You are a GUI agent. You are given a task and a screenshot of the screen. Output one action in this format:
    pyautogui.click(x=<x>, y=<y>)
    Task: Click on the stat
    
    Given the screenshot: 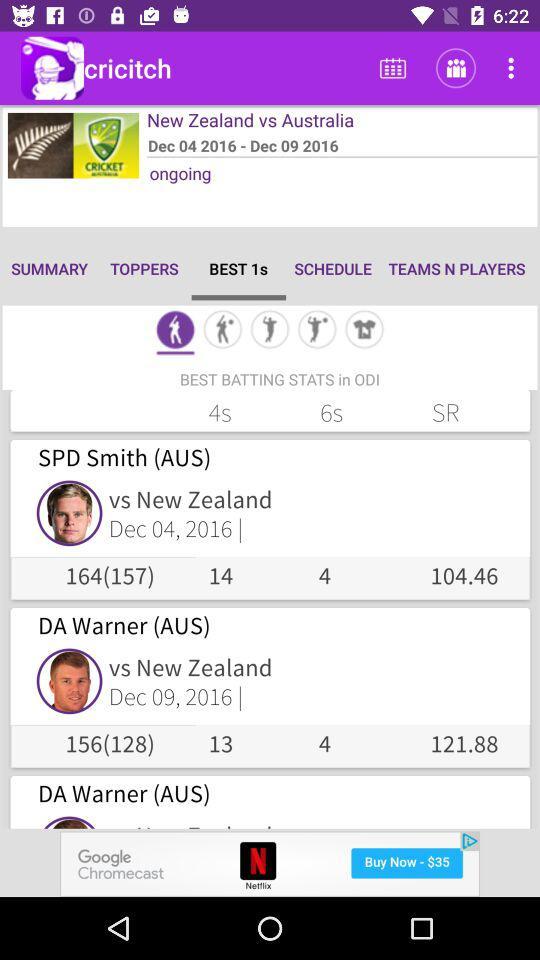 What is the action you would take?
    pyautogui.click(x=175, y=331)
    